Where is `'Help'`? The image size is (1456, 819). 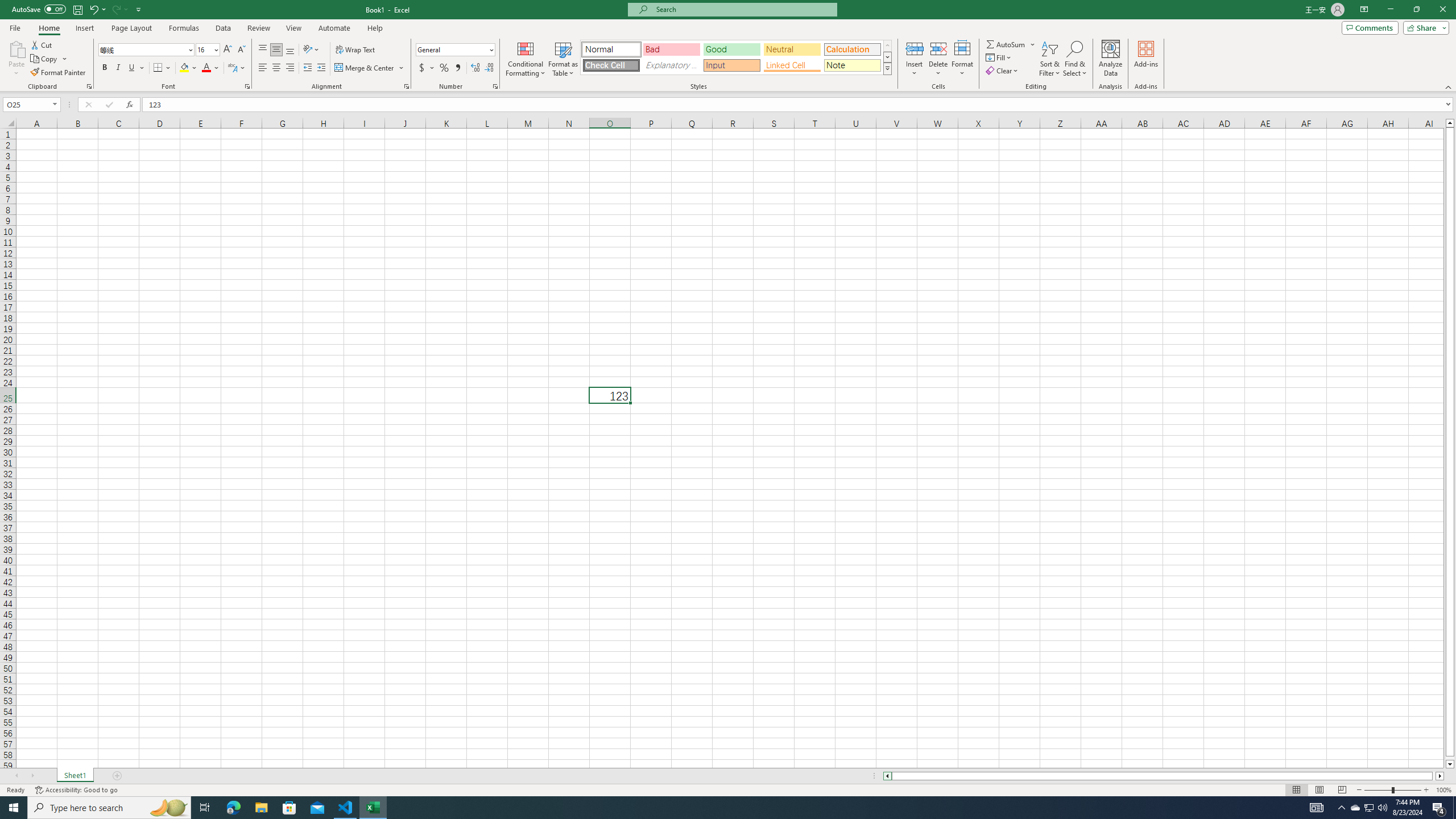
'Help' is located at coordinates (375, 28).